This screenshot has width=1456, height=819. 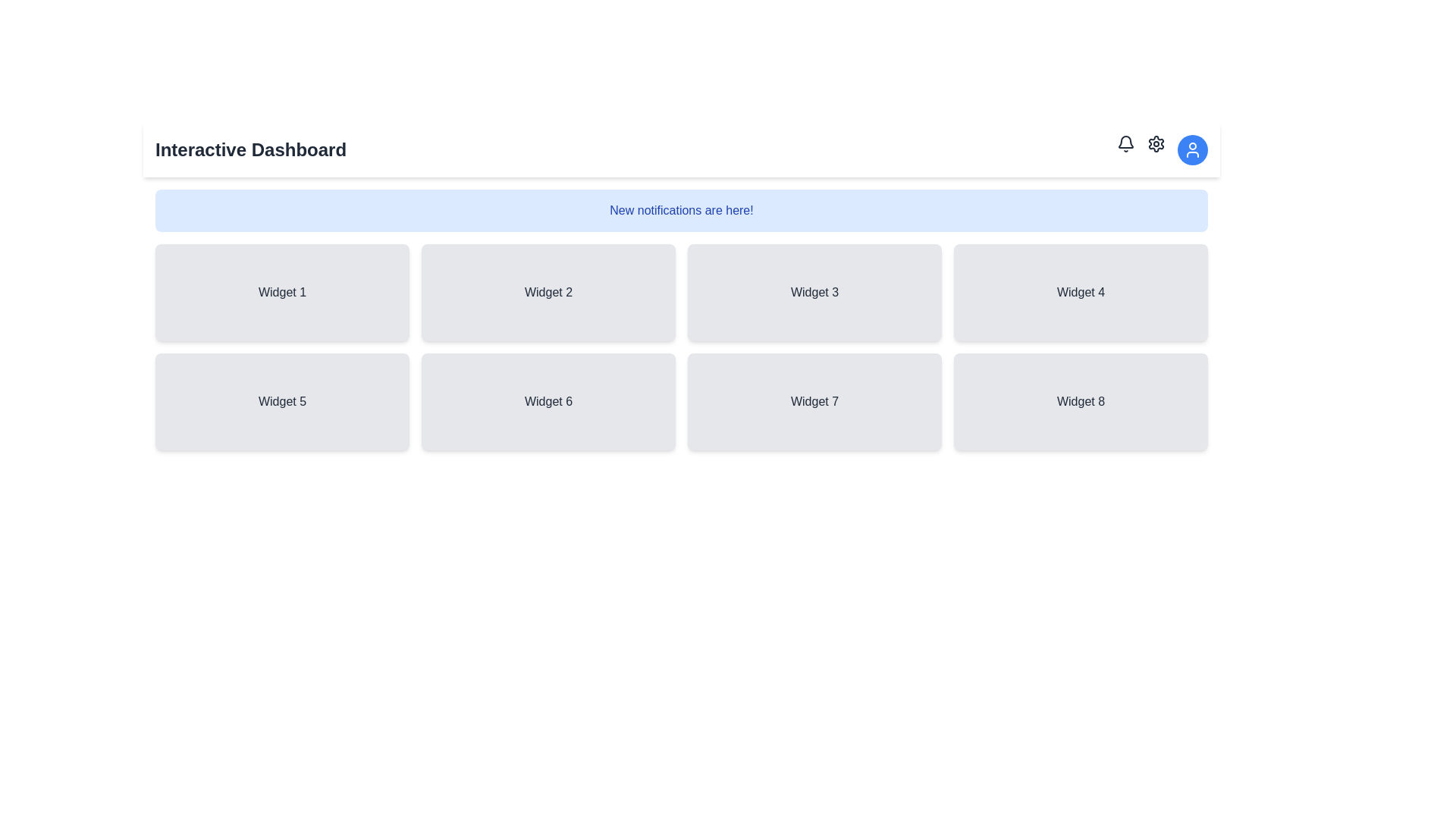 I want to click on the settings icon located in the navigation bar, so click(x=1156, y=143).